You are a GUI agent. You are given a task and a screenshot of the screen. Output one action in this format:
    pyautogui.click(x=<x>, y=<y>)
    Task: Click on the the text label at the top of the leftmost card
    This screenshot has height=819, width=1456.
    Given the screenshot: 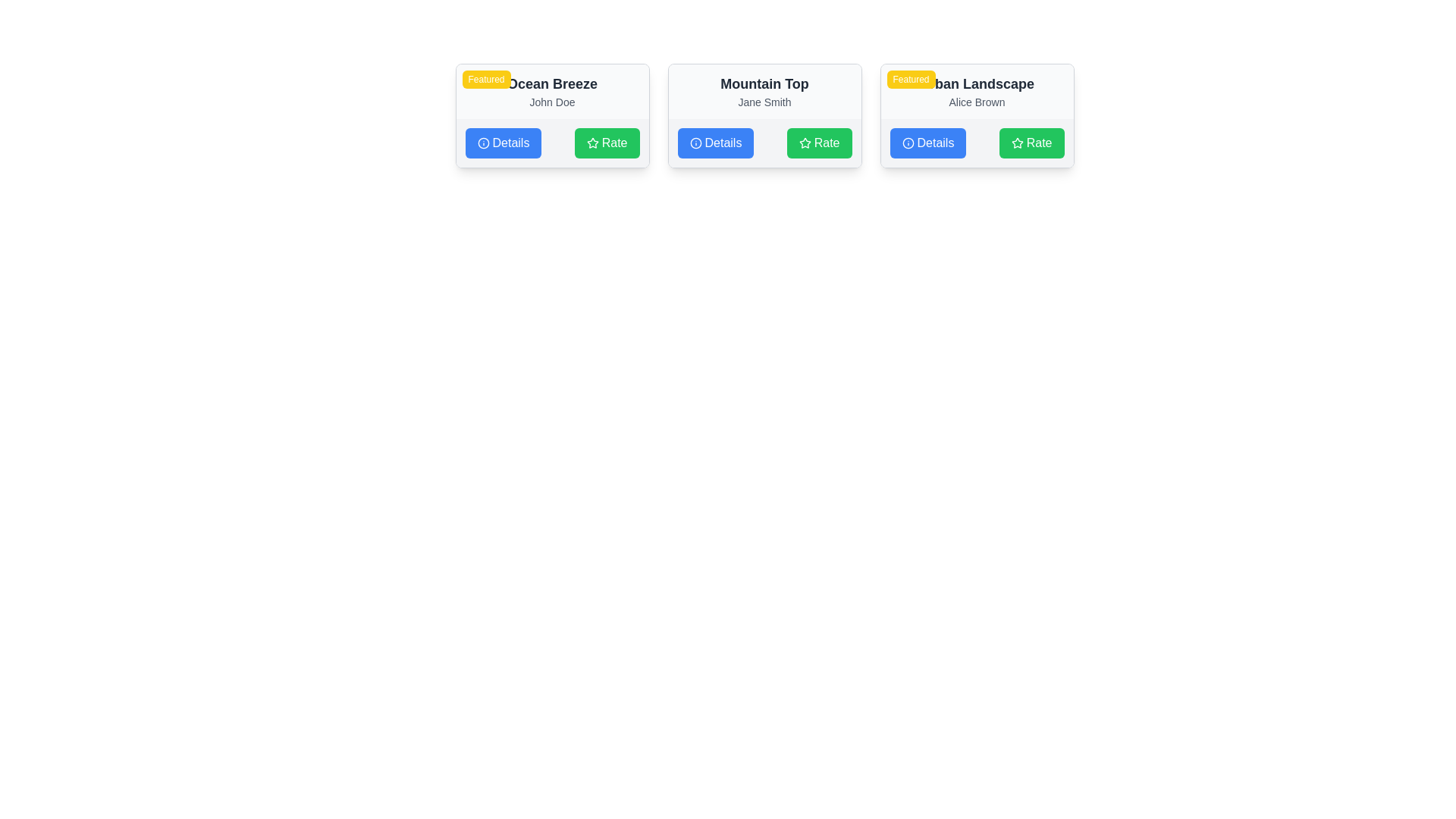 What is the action you would take?
    pyautogui.click(x=551, y=84)
    